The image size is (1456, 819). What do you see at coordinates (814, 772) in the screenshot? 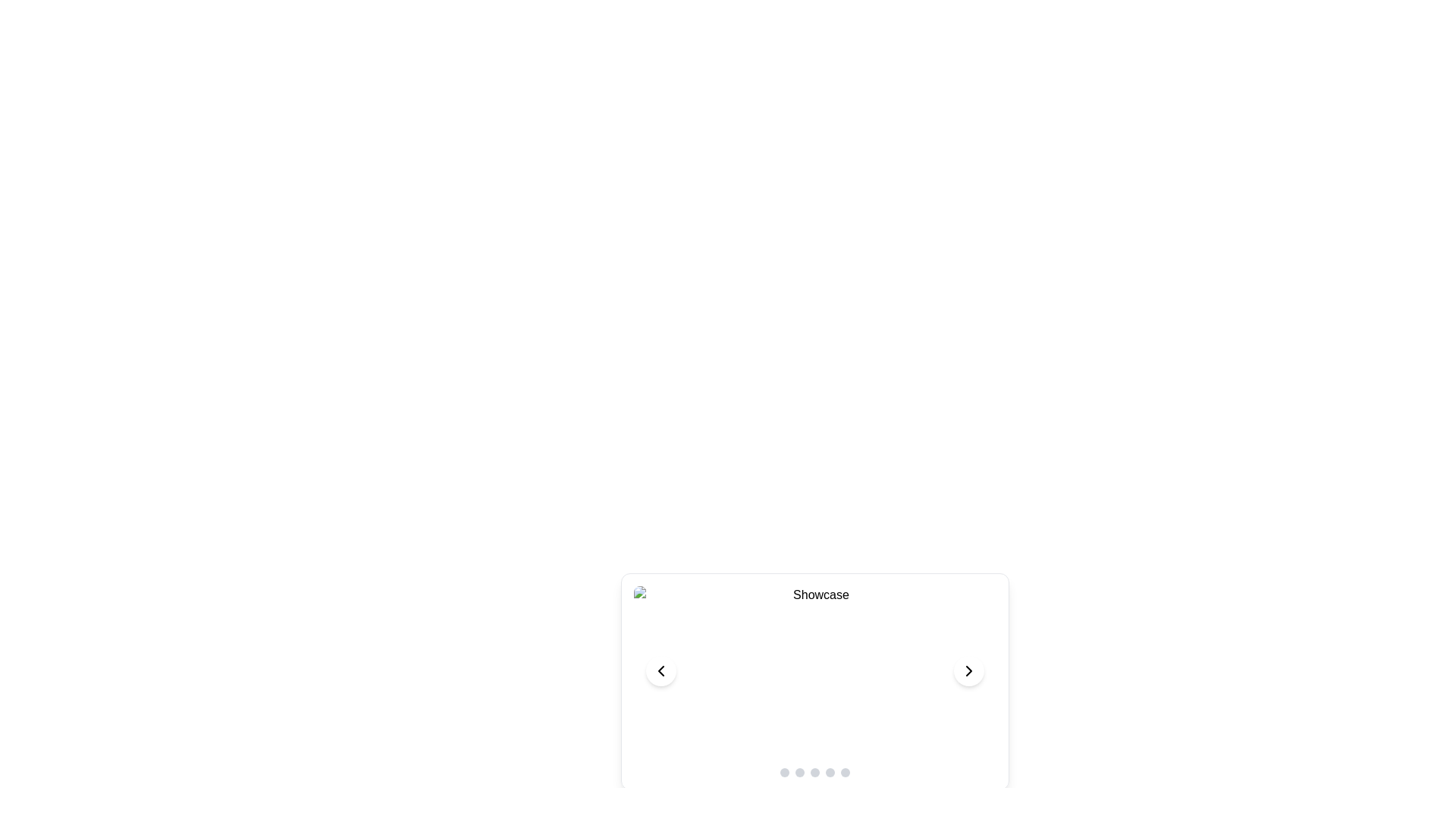
I see `the third navigation indicator button in the slideshow display, located beneath the 'Showcase' text` at bounding box center [814, 772].